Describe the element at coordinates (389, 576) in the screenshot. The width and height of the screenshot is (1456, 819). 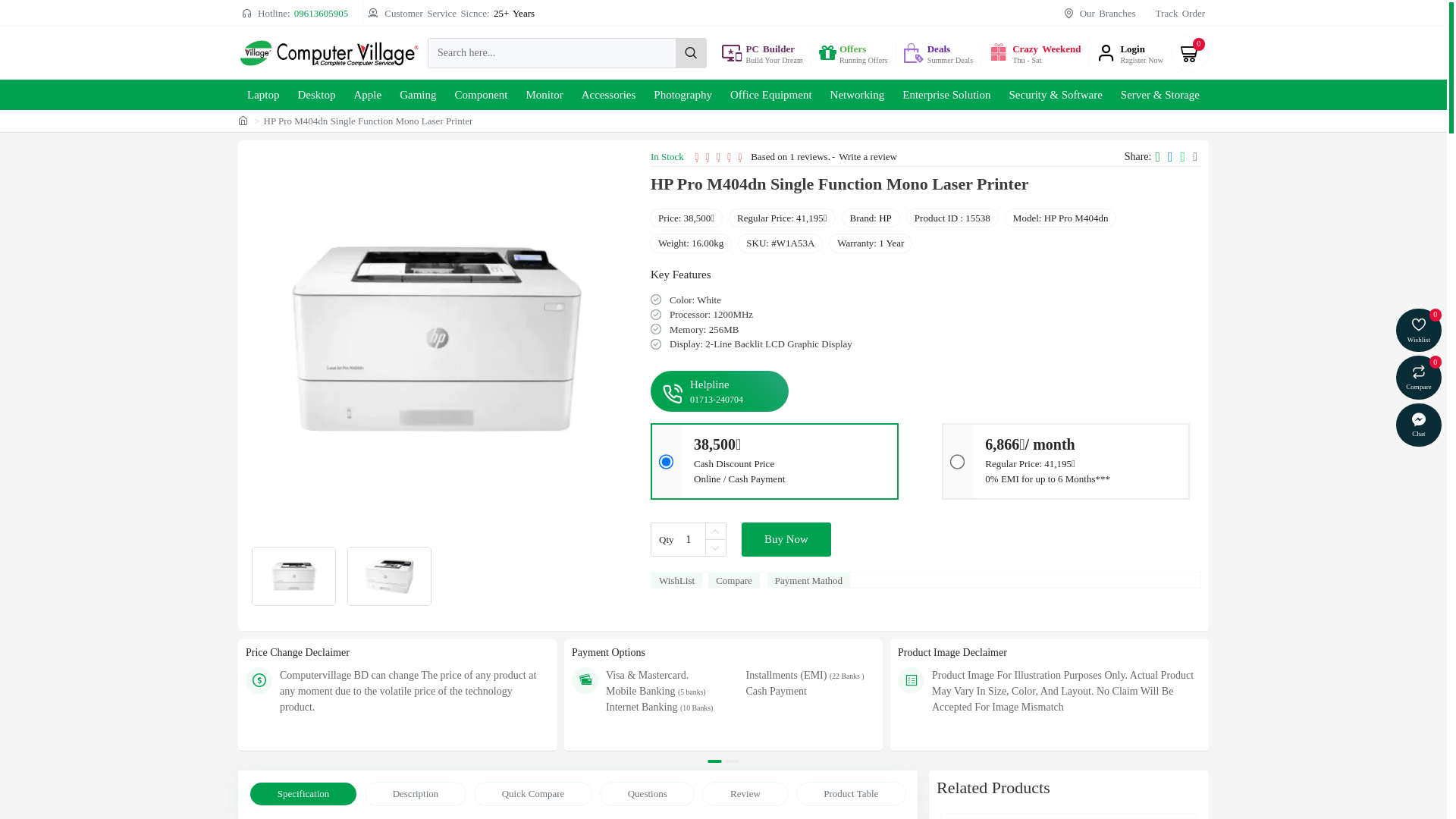
I see `'HP Pro M404dn Single Function Mono Laser Printer'` at that location.